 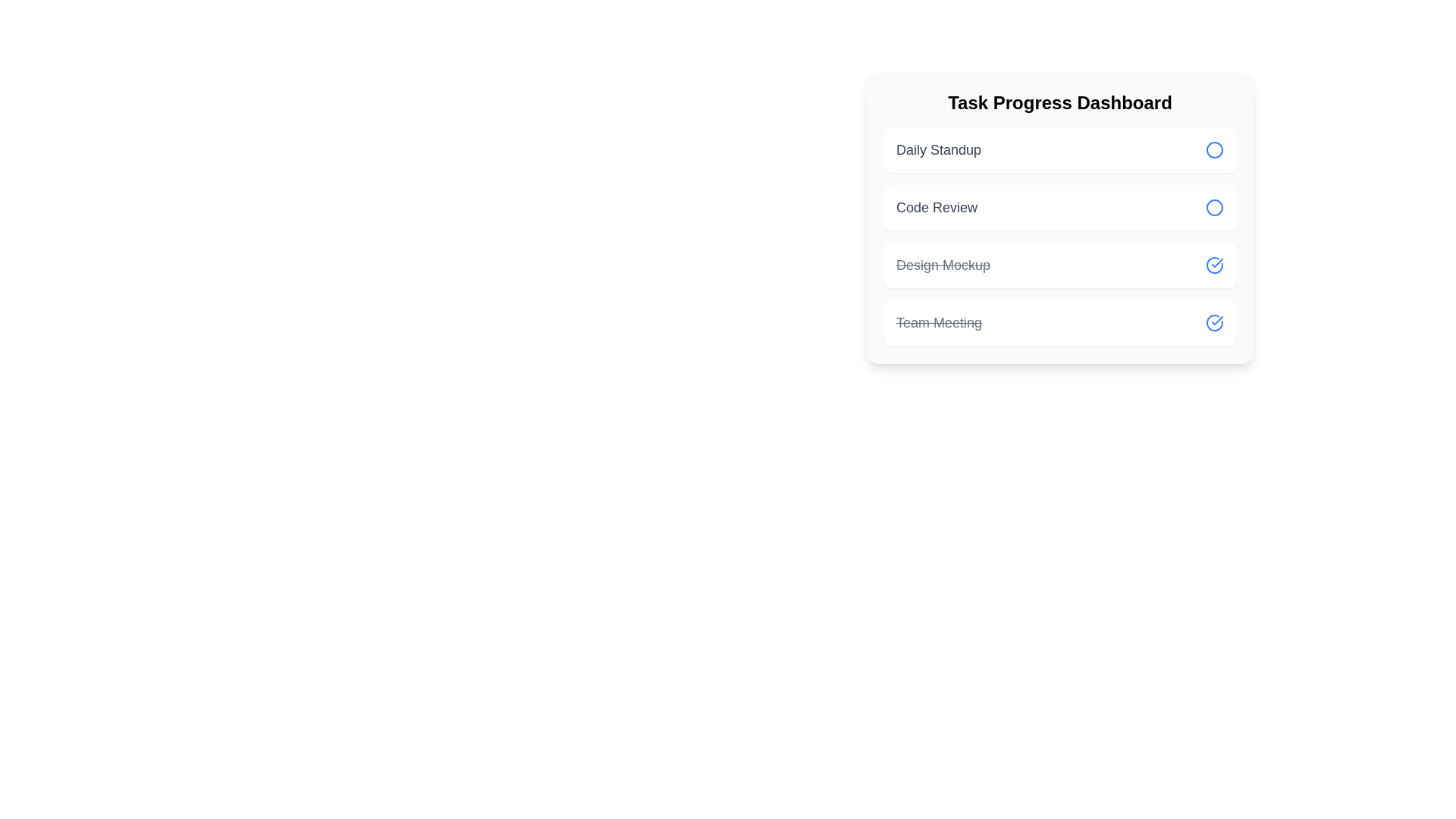 What do you see at coordinates (1215, 322) in the screenshot?
I see `the Icon Button indicating the completion of the 'Team Meeting' task` at bounding box center [1215, 322].